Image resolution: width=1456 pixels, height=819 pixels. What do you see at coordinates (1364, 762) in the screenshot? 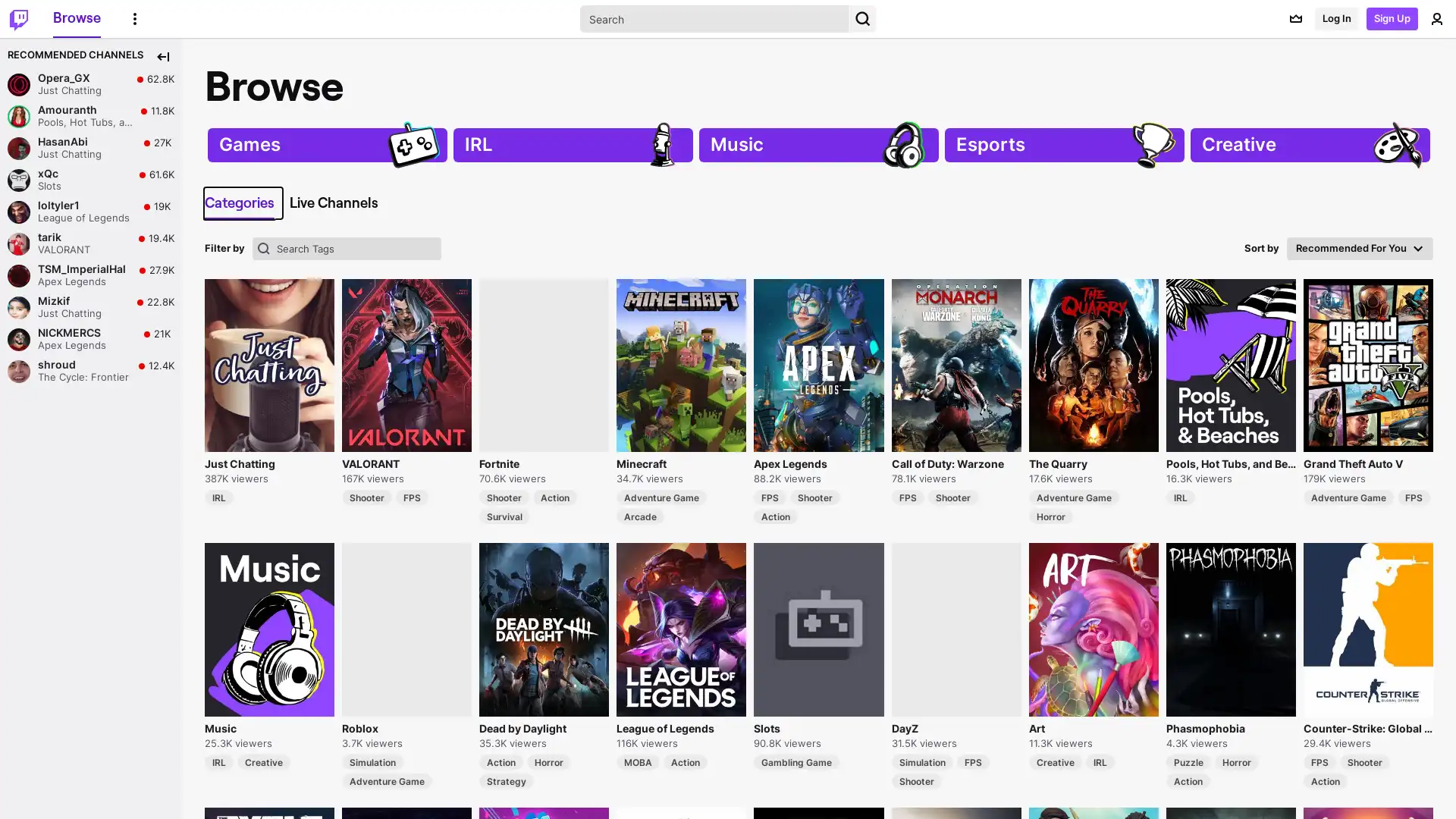
I see `Shooter` at bounding box center [1364, 762].